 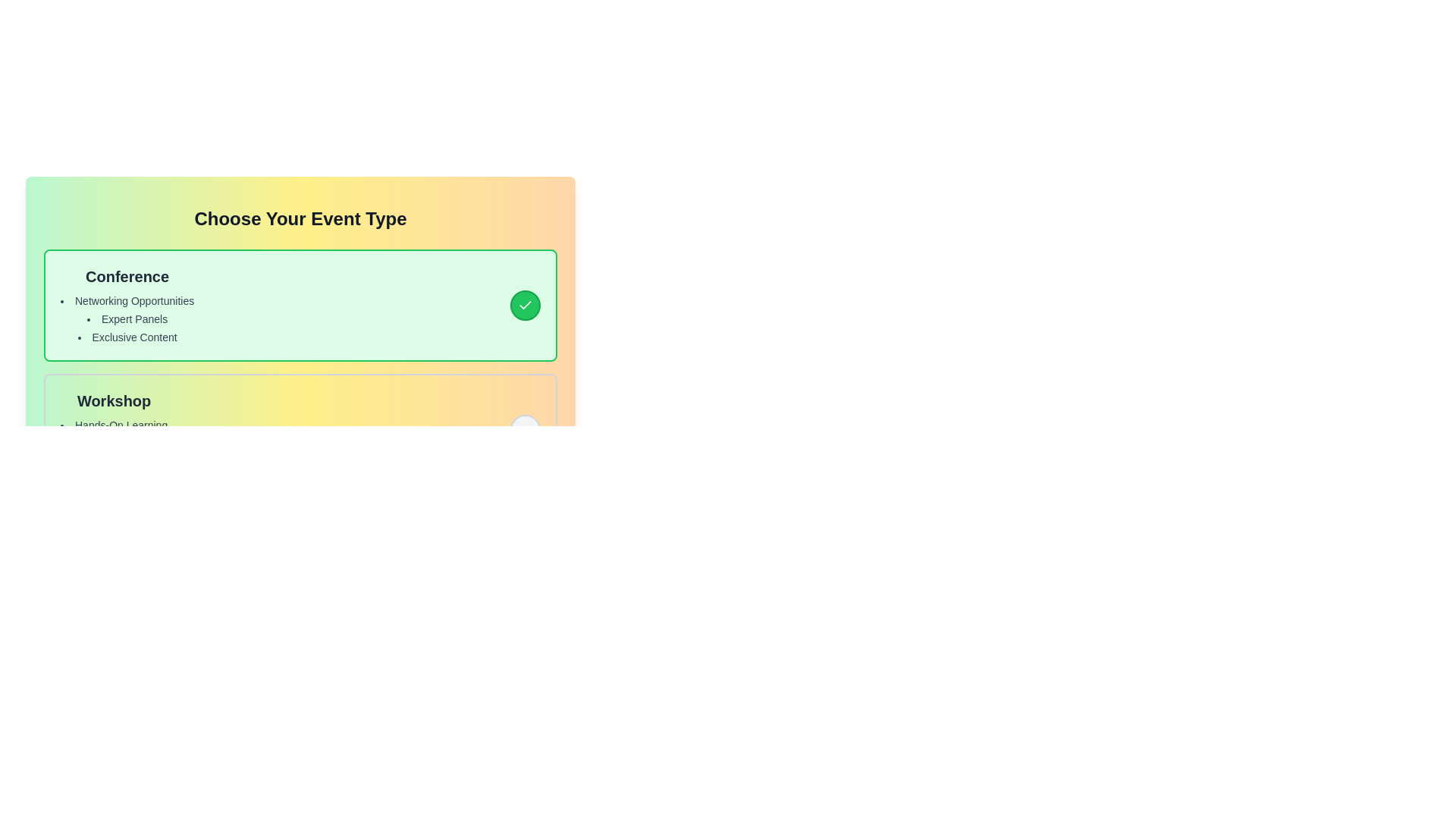 I want to click on the informational text block that provides an overview of features and activities for the 'Conference' event type, located in the left section of the green card, so click(x=127, y=305).